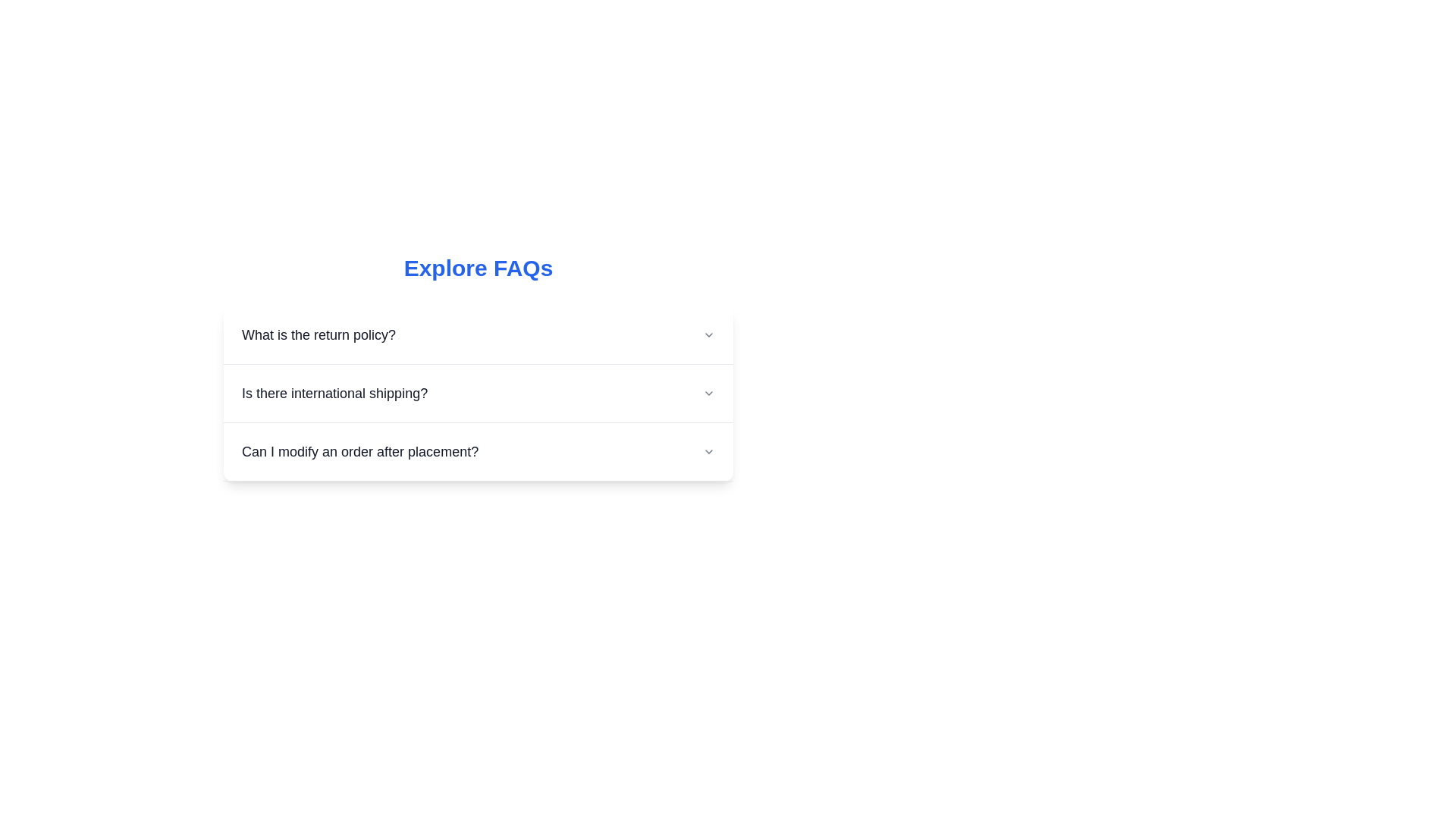 The width and height of the screenshot is (1456, 819). I want to click on the third FAQ entry that expands or collapses, so click(477, 451).